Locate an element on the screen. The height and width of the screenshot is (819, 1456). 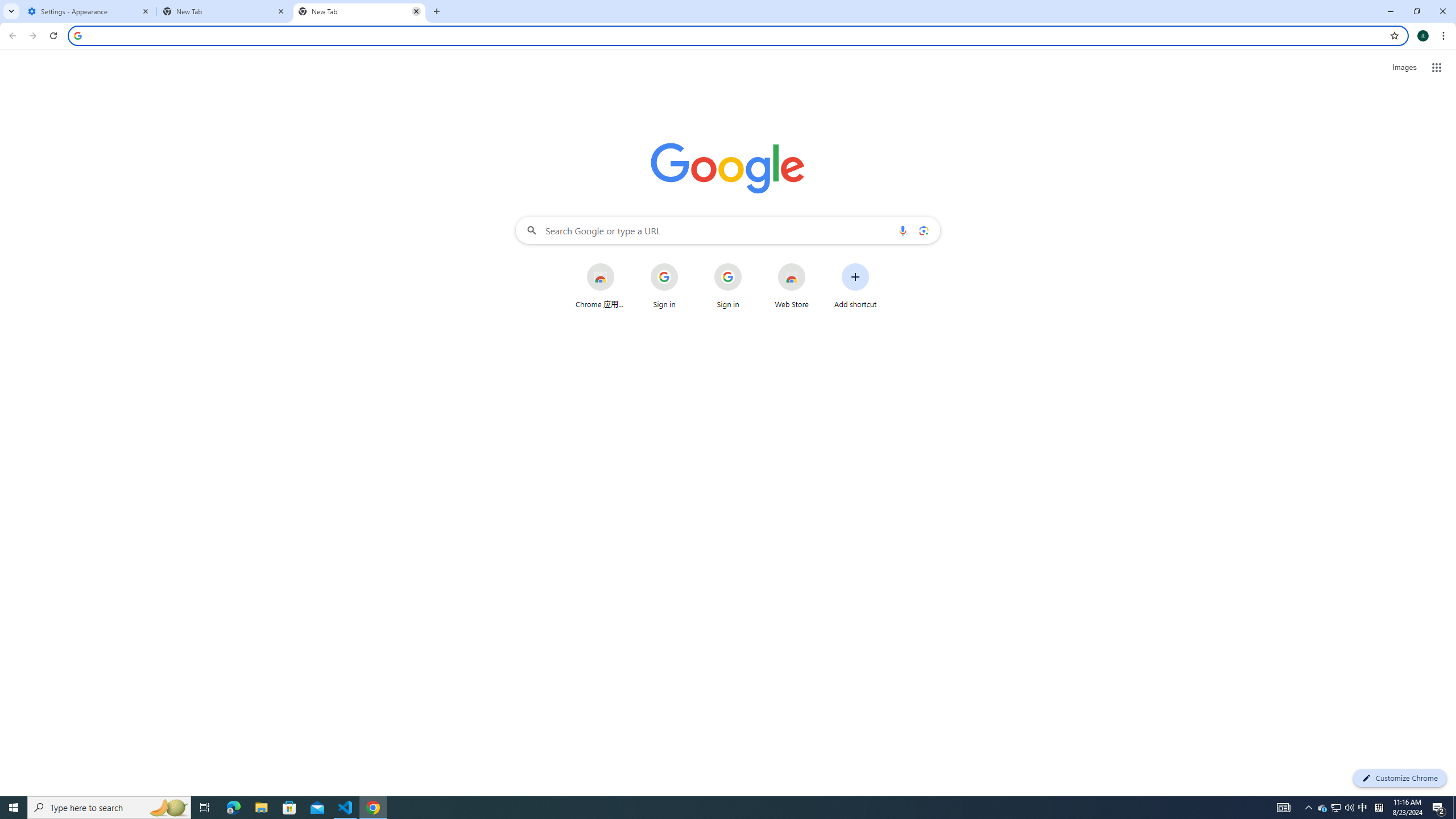
'Search Google or type a URL' is located at coordinates (728, 230).